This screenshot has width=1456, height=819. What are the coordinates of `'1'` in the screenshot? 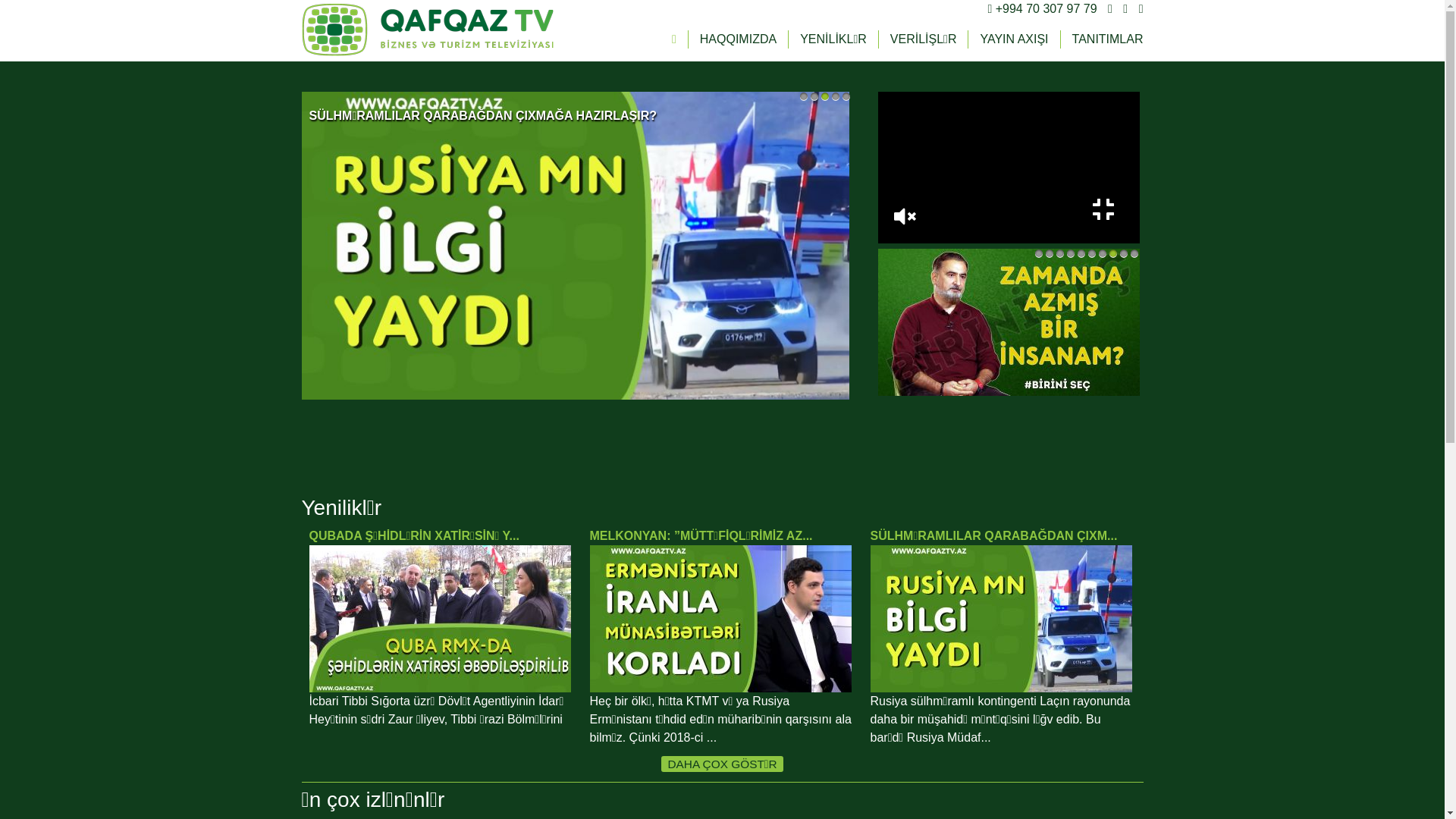 It's located at (1037, 253).